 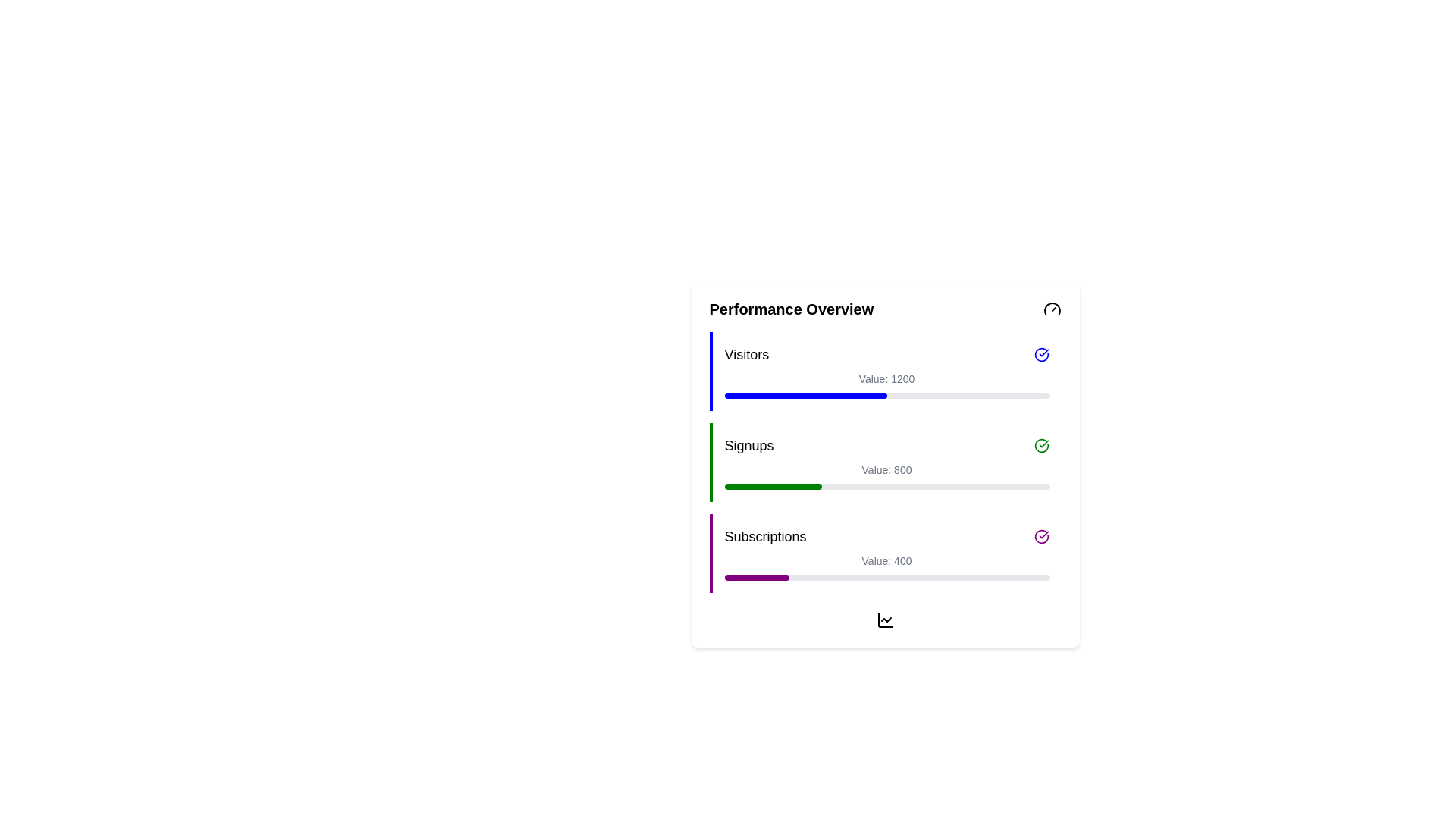 I want to click on the gauge icon in the 'Performance Overview' section, positioned at the far right of the header, adjacent to the title text, so click(x=1051, y=309).